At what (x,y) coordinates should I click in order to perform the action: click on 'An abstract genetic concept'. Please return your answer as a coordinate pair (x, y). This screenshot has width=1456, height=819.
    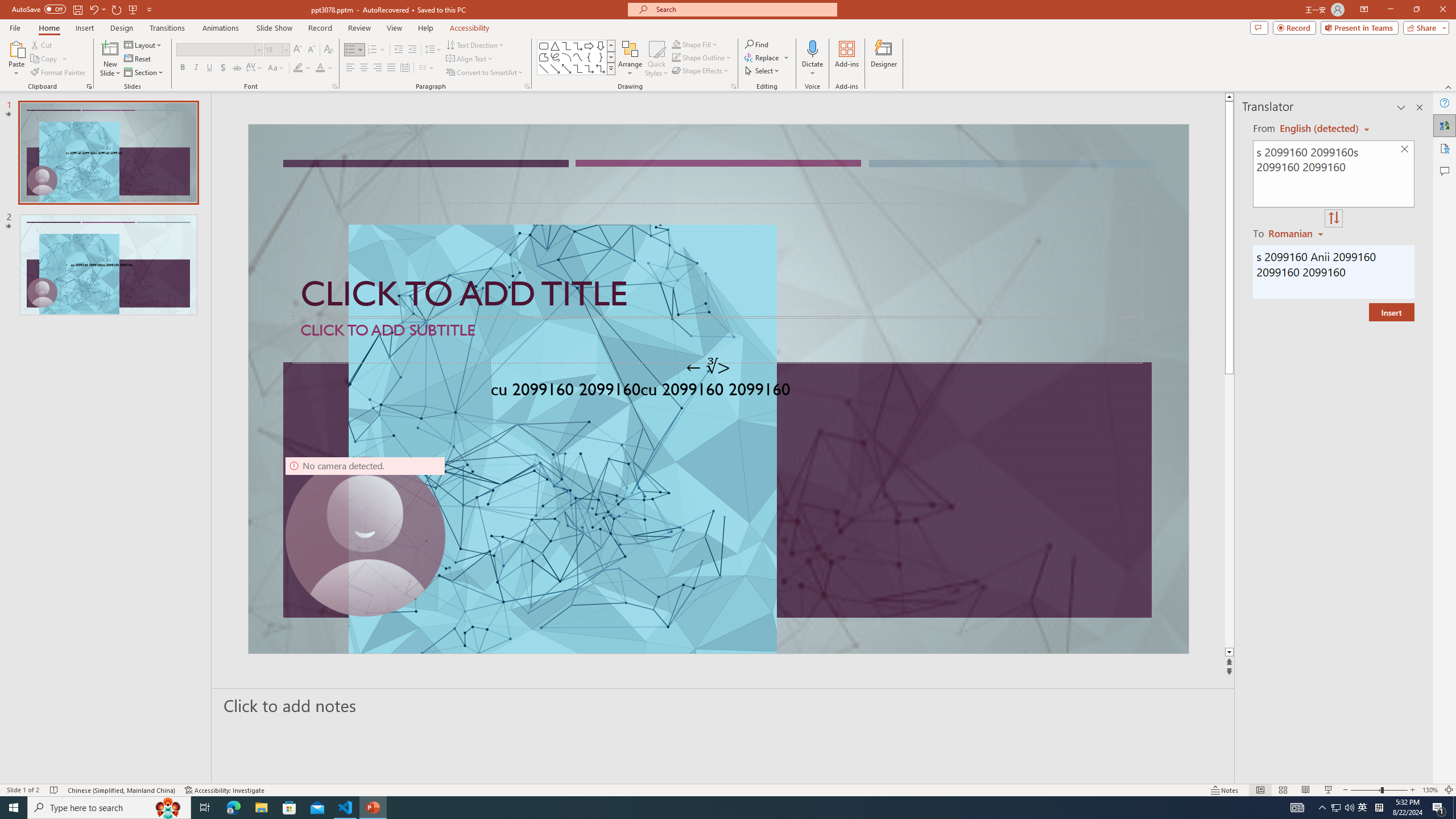
    Looking at the image, I should click on (718, 388).